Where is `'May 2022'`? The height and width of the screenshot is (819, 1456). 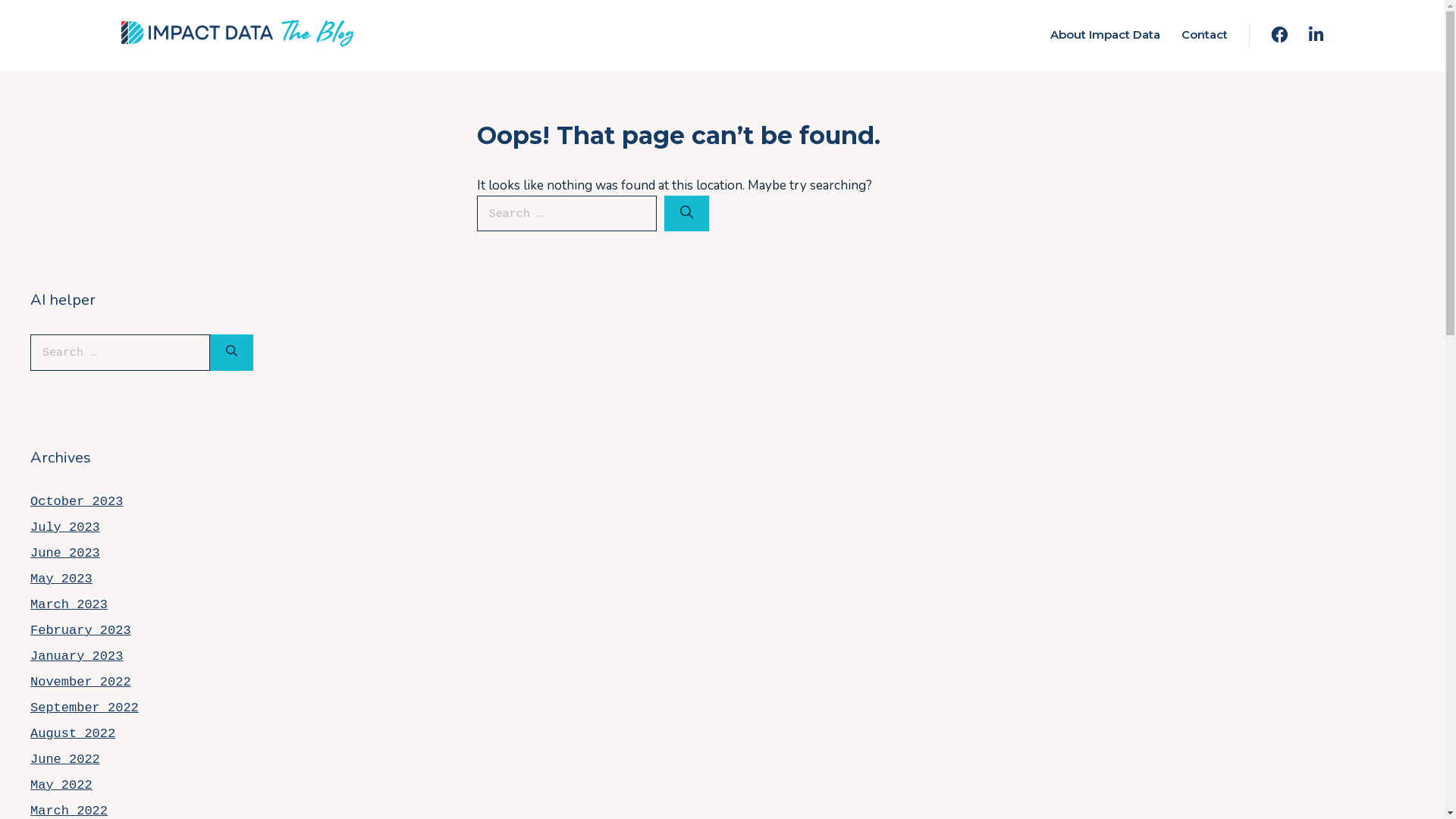 'May 2022' is located at coordinates (61, 785).